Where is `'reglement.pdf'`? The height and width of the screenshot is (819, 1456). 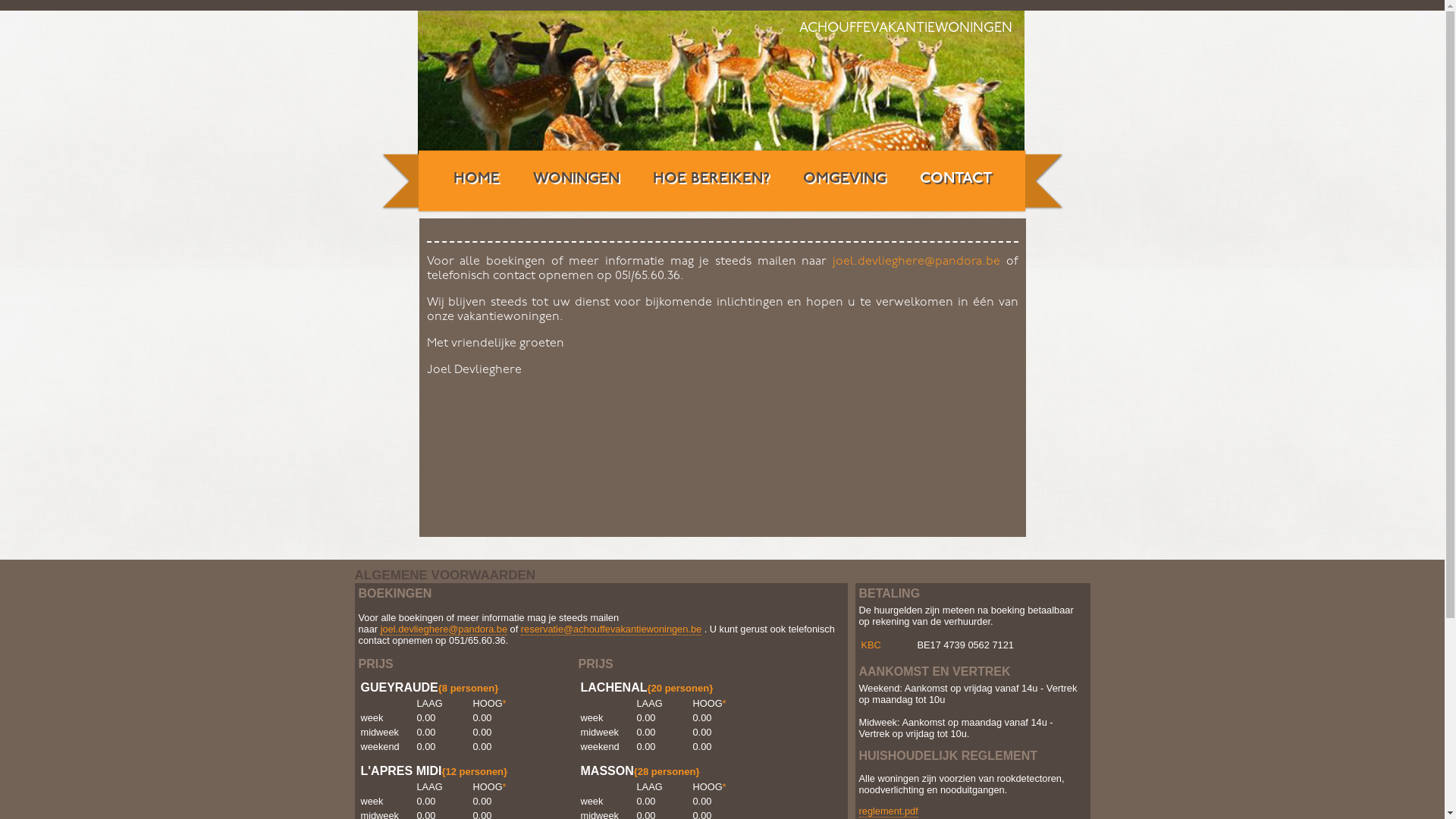
'reglement.pdf' is located at coordinates (888, 810).